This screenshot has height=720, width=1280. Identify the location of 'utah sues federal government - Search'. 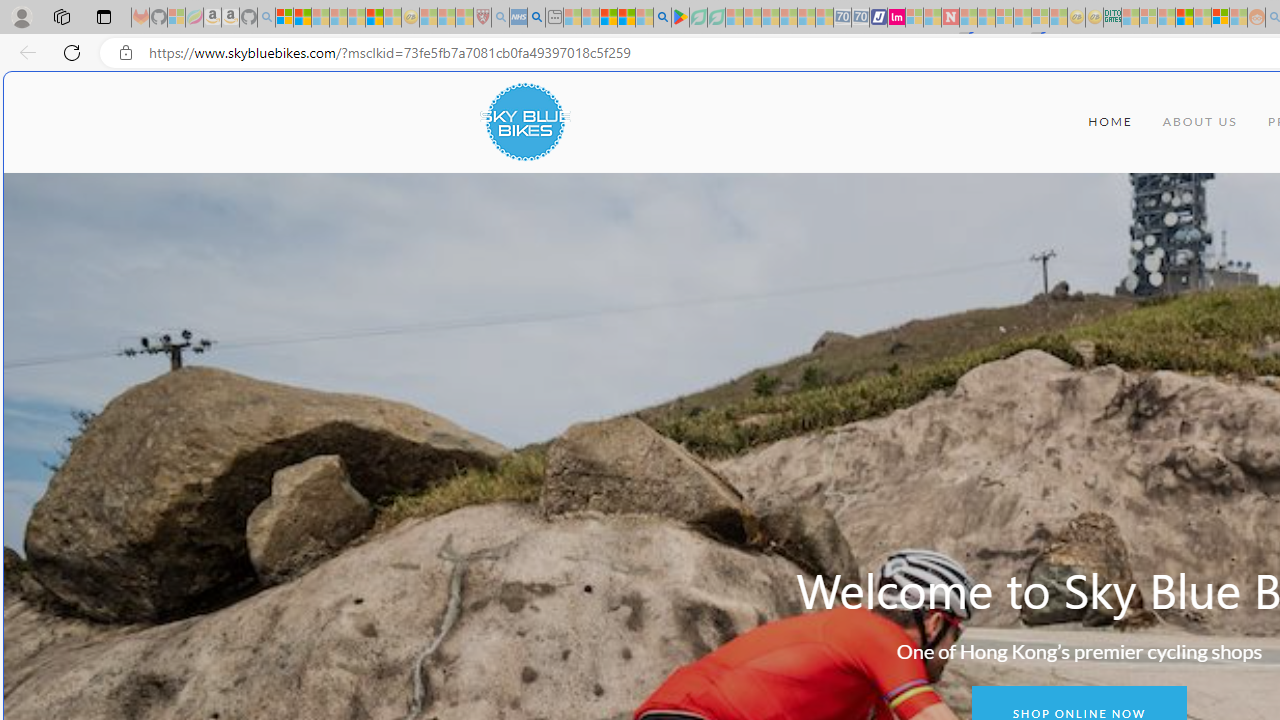
(536, 17).